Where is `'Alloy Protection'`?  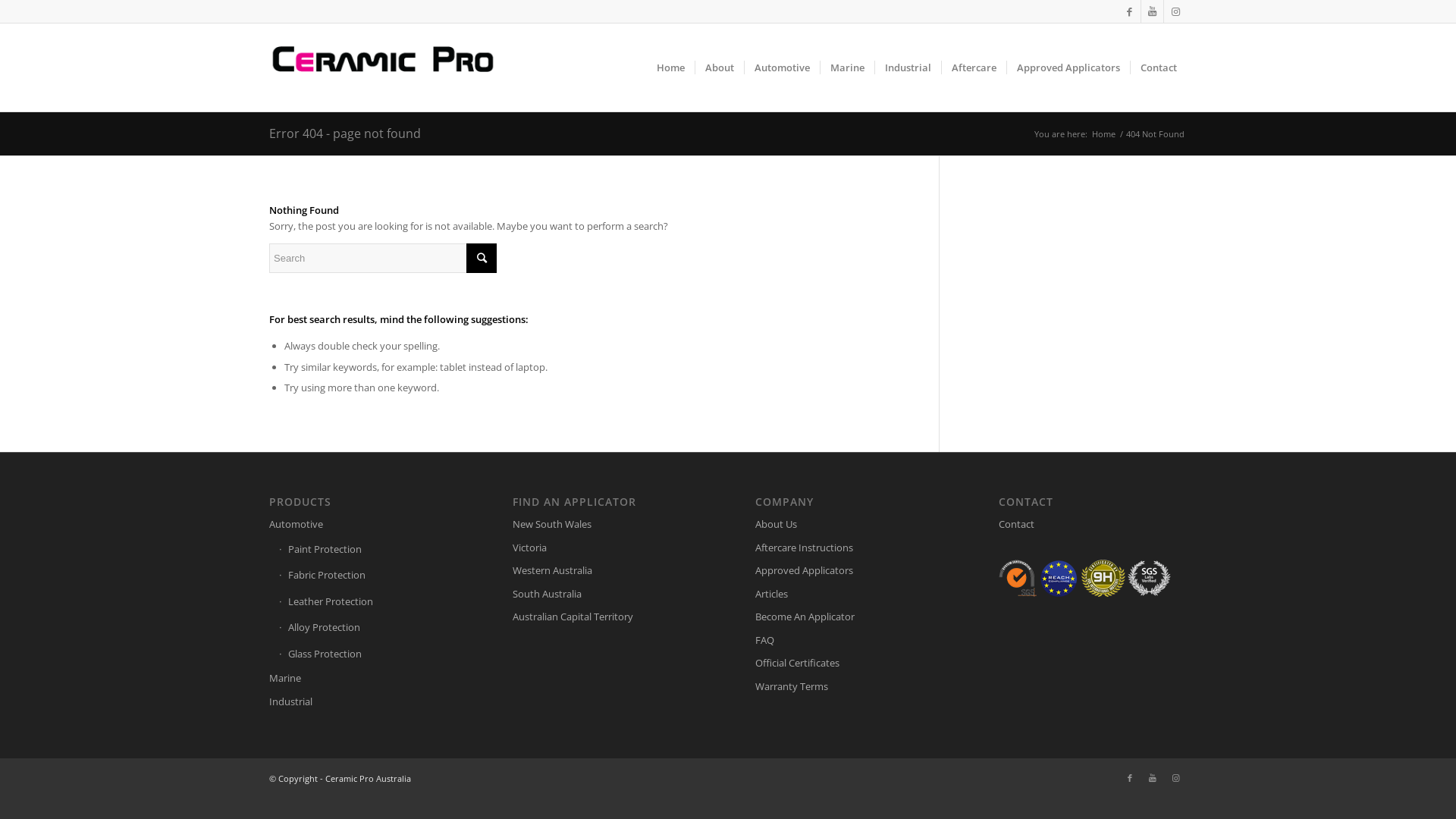 'Alloy Protection' is located at coordinates (368, 628).